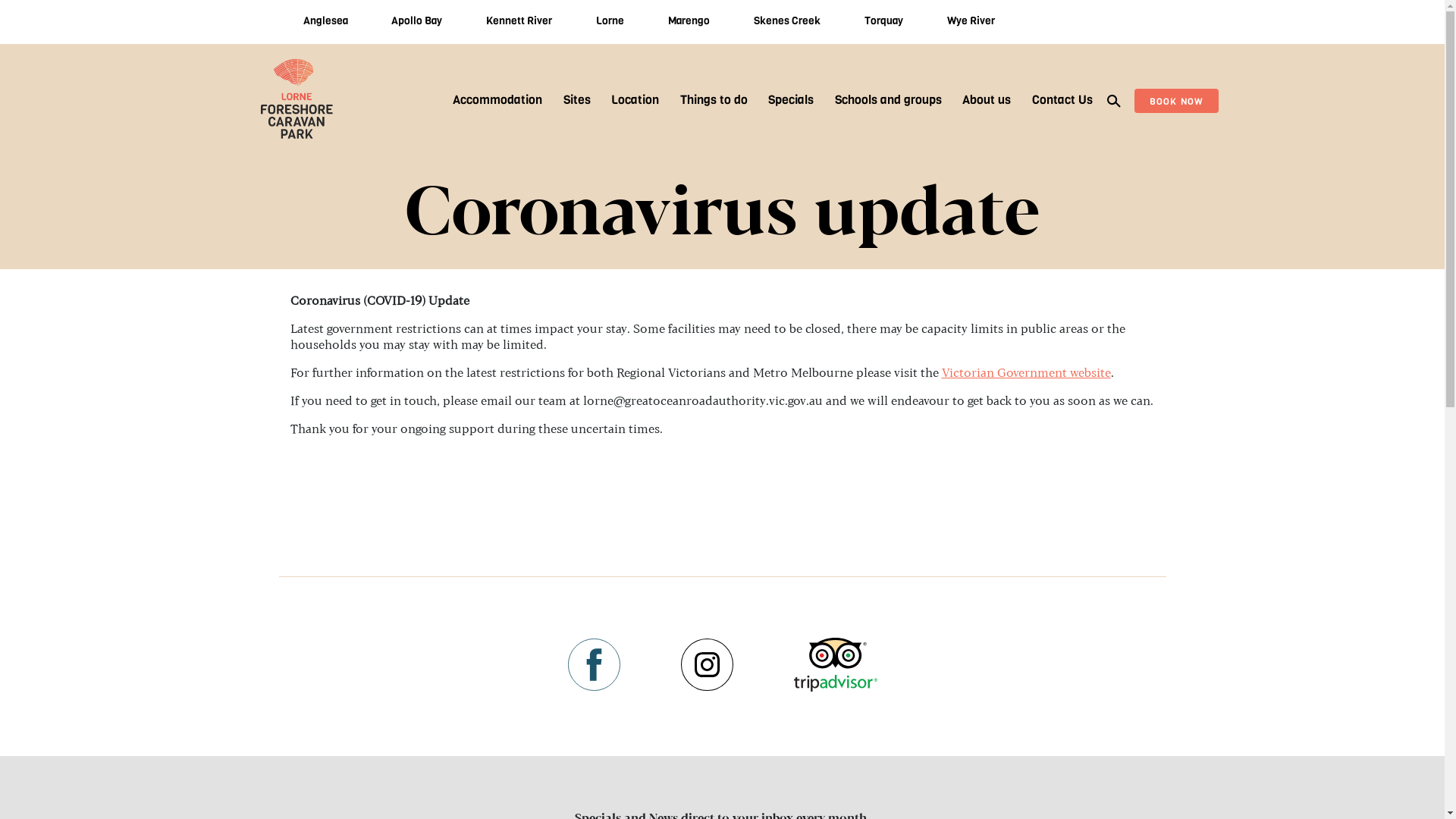 Image resolution: width=1456 pixels, height=819 pixels. What do you see at coordinates (1134, 99) in the screenshot?
I see `'BOOK NOW'` at bounding box center [1134, 99].